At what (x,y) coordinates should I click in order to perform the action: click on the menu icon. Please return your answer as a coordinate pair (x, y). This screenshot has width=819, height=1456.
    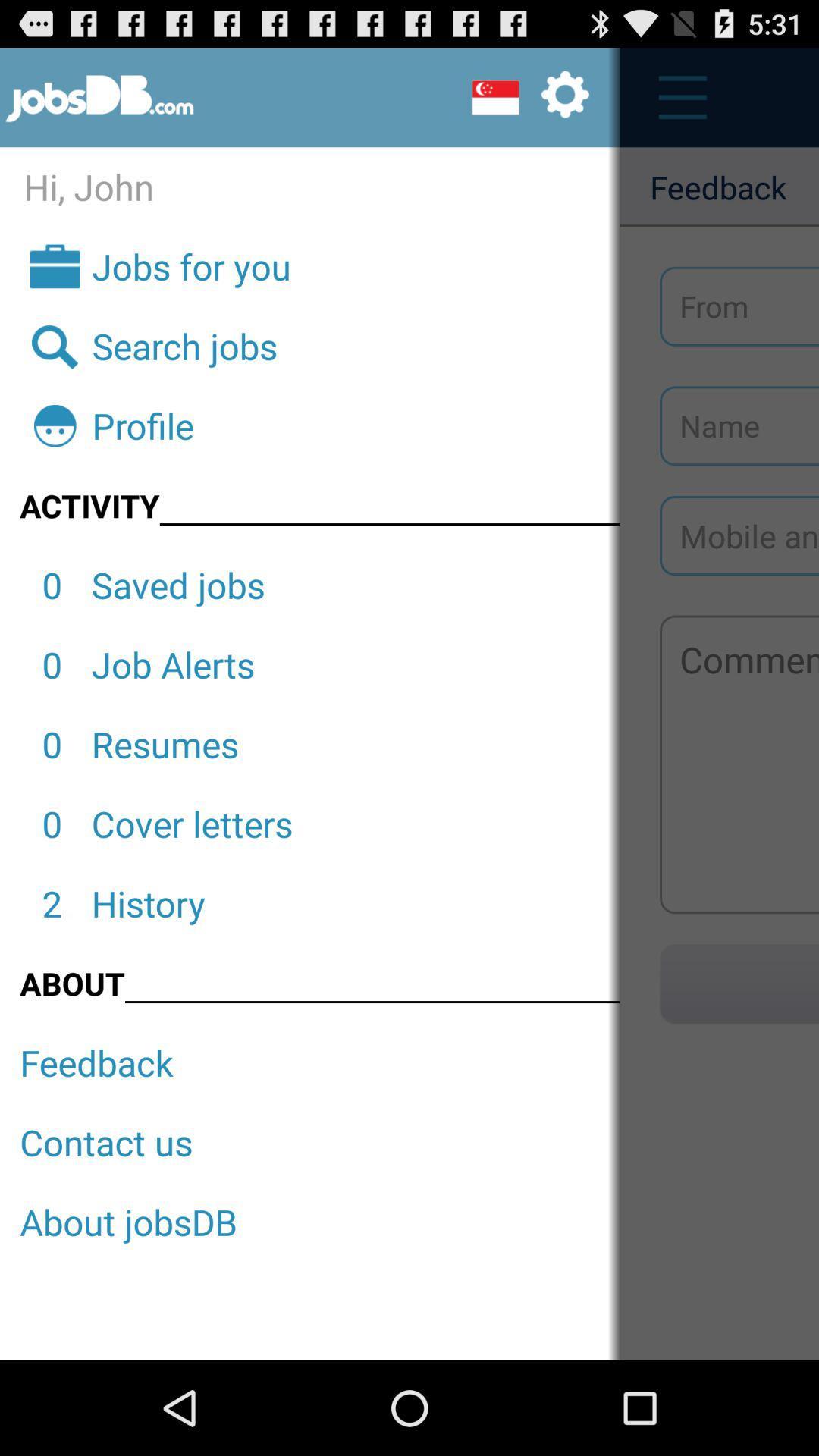
    Looking at the image, I should click on (673, 104).